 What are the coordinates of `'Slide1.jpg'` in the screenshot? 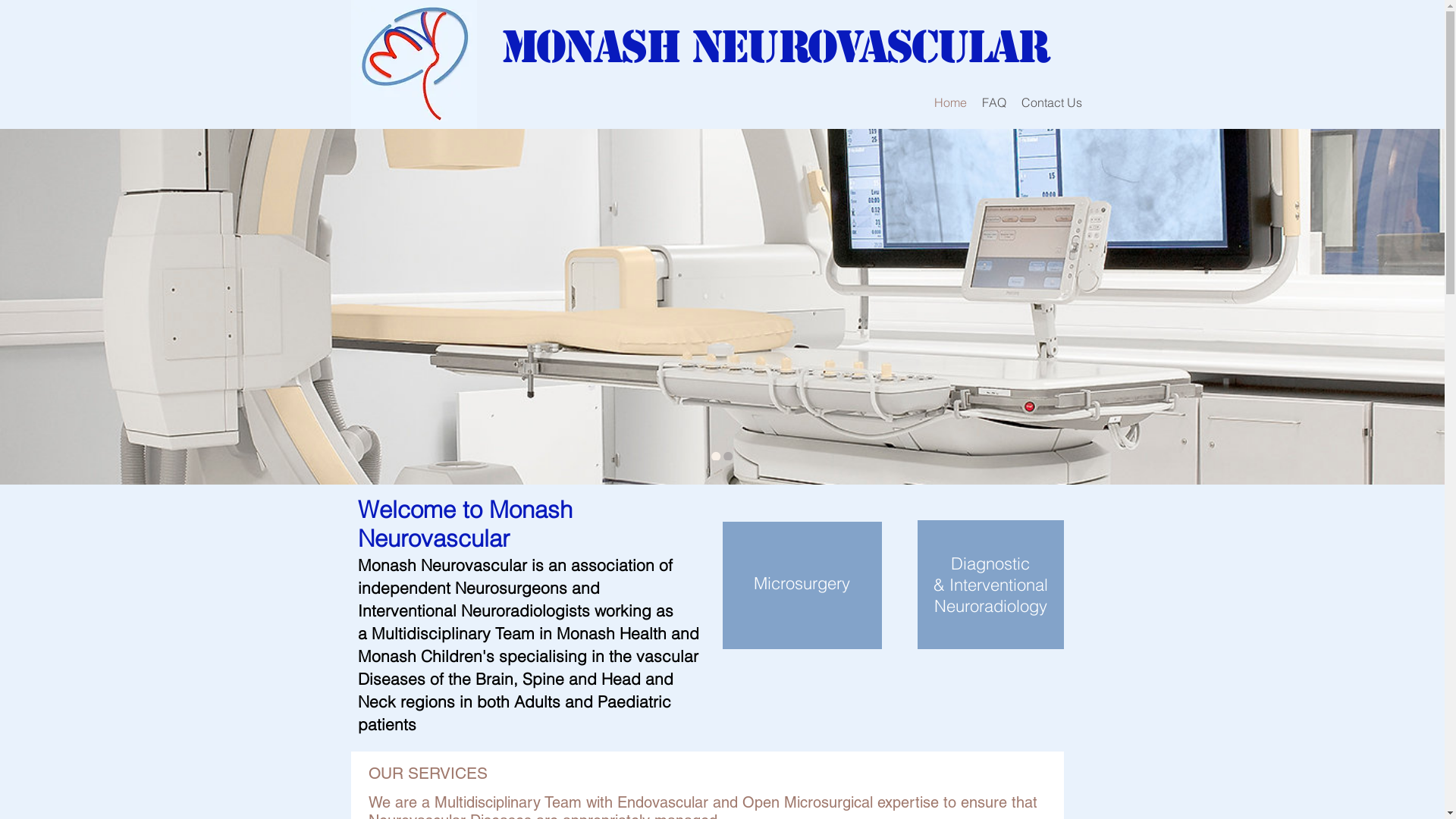 It's located at (413, 63).